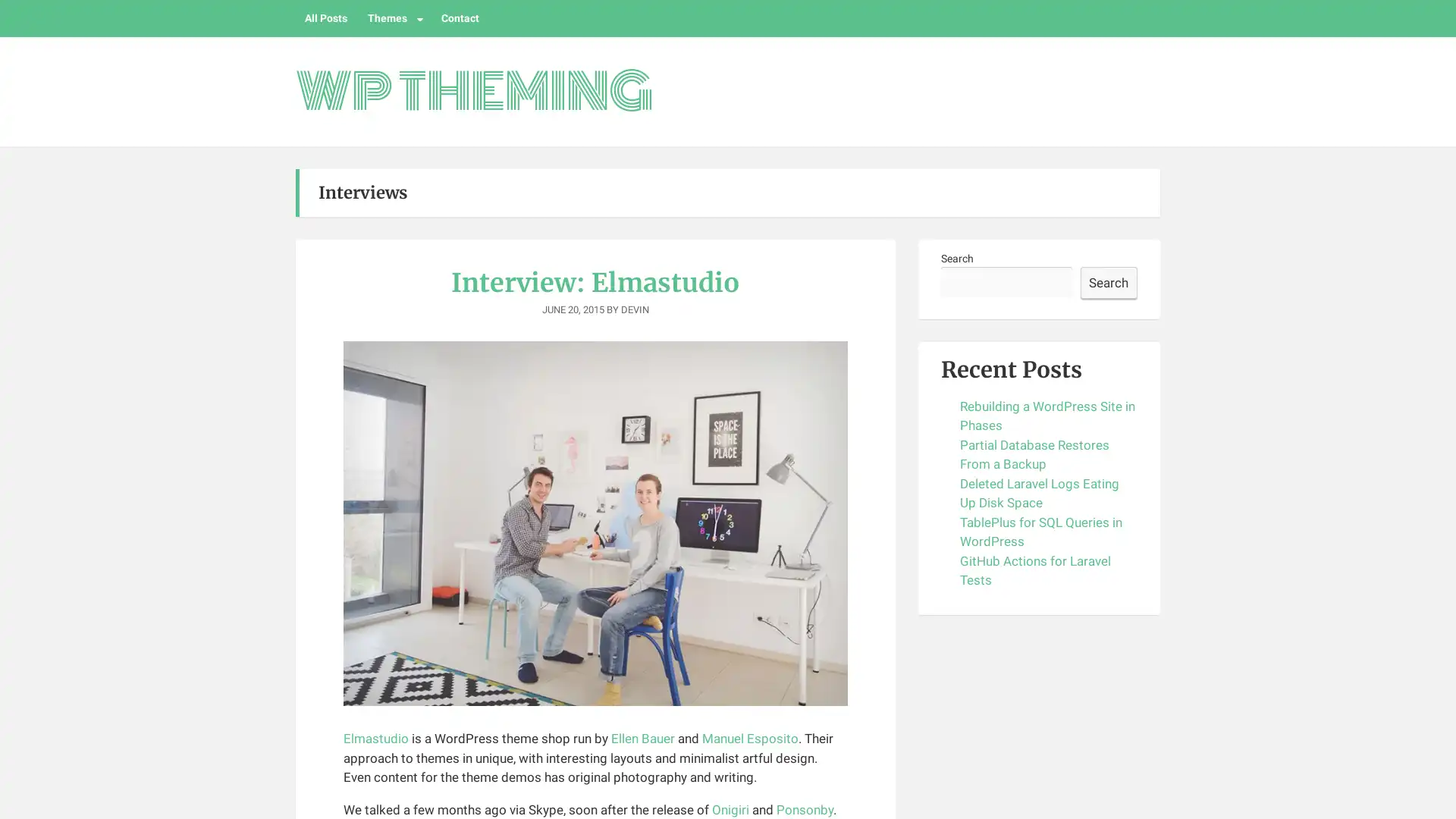  Describe the element at coordinates (1109, 283) in the screenshot. I see `Search` at that location.